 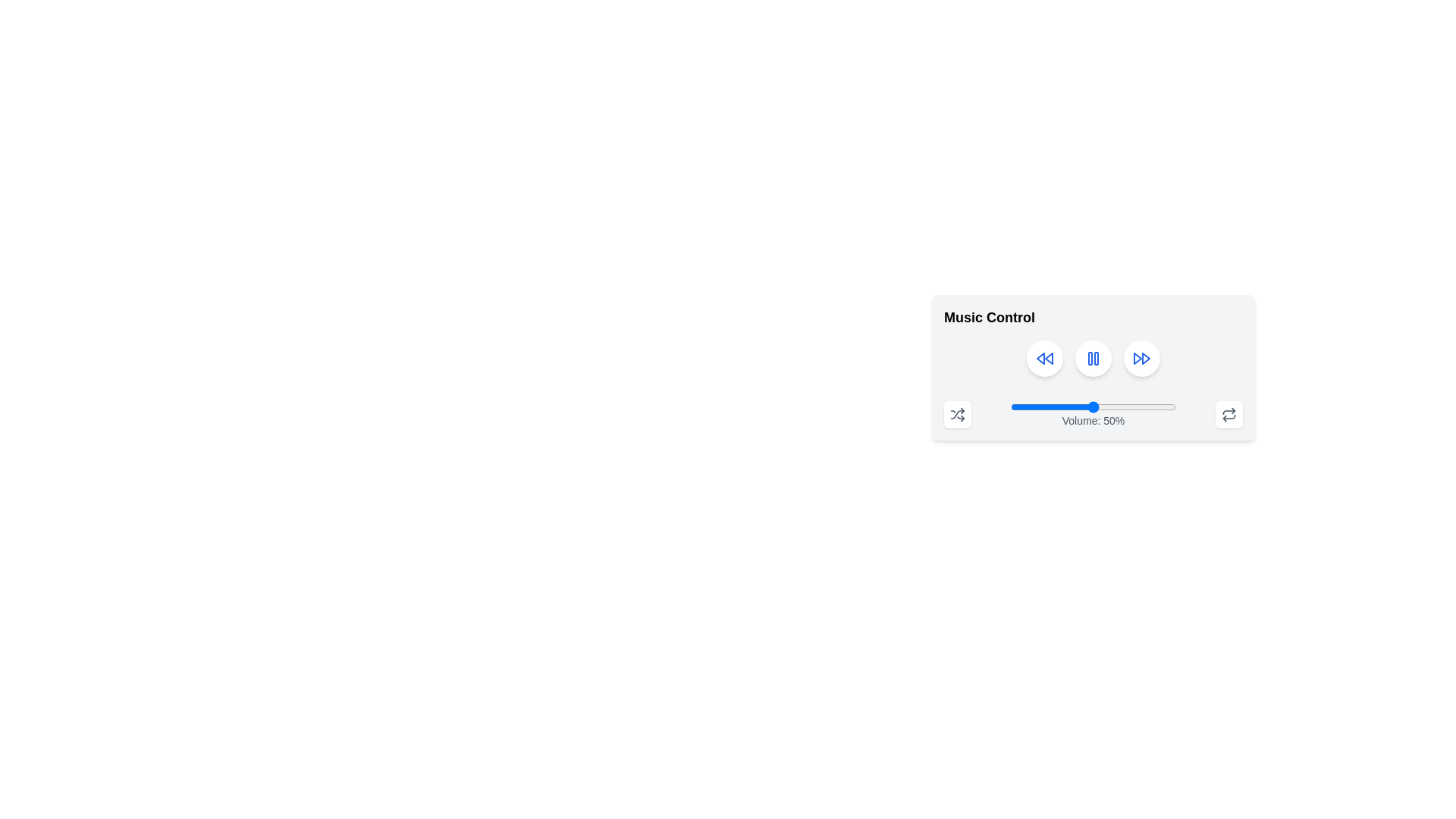 I want to click on the repeat button located at the bottom right corner of the music control panel, so click(x=1229, y=415).